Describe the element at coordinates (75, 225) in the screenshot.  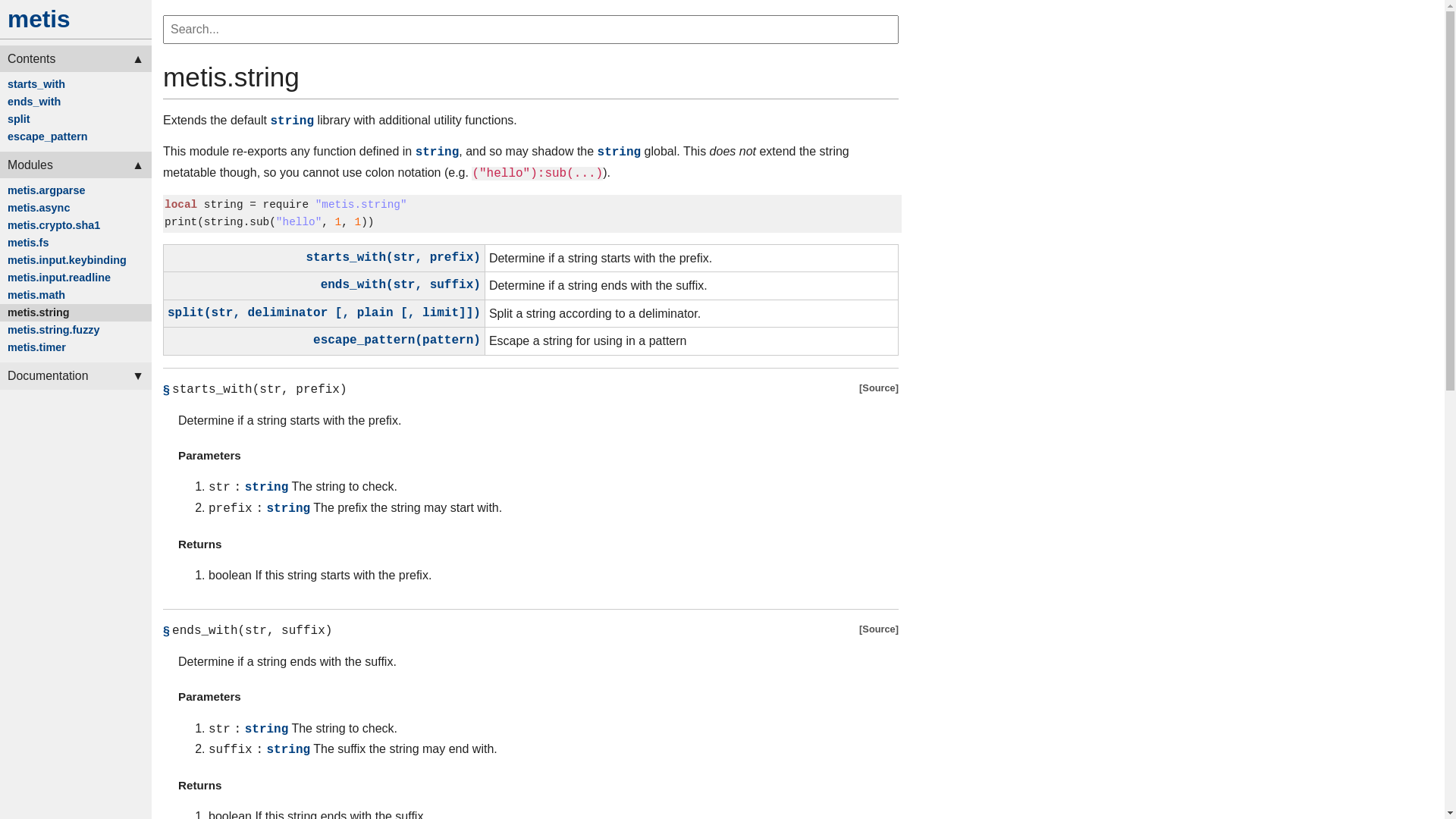
I see `'metis.crypto.sha1'` at that location.